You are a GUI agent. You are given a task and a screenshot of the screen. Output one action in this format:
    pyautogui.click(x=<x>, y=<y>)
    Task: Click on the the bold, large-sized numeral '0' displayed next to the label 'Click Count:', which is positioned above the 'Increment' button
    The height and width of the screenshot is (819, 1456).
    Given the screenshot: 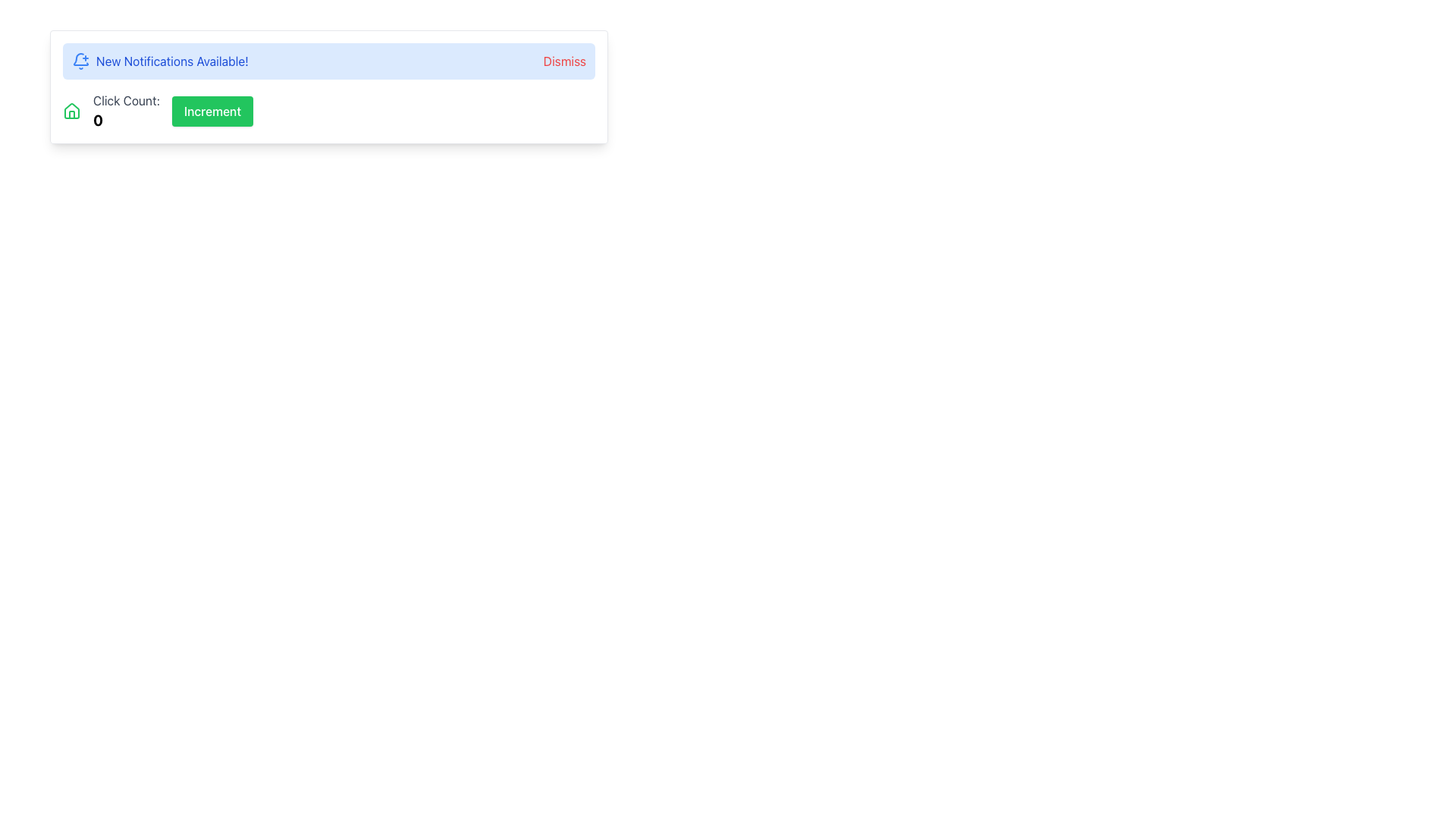 What is the action you would take?
    pyautogui.click(x=97, y=119)
    